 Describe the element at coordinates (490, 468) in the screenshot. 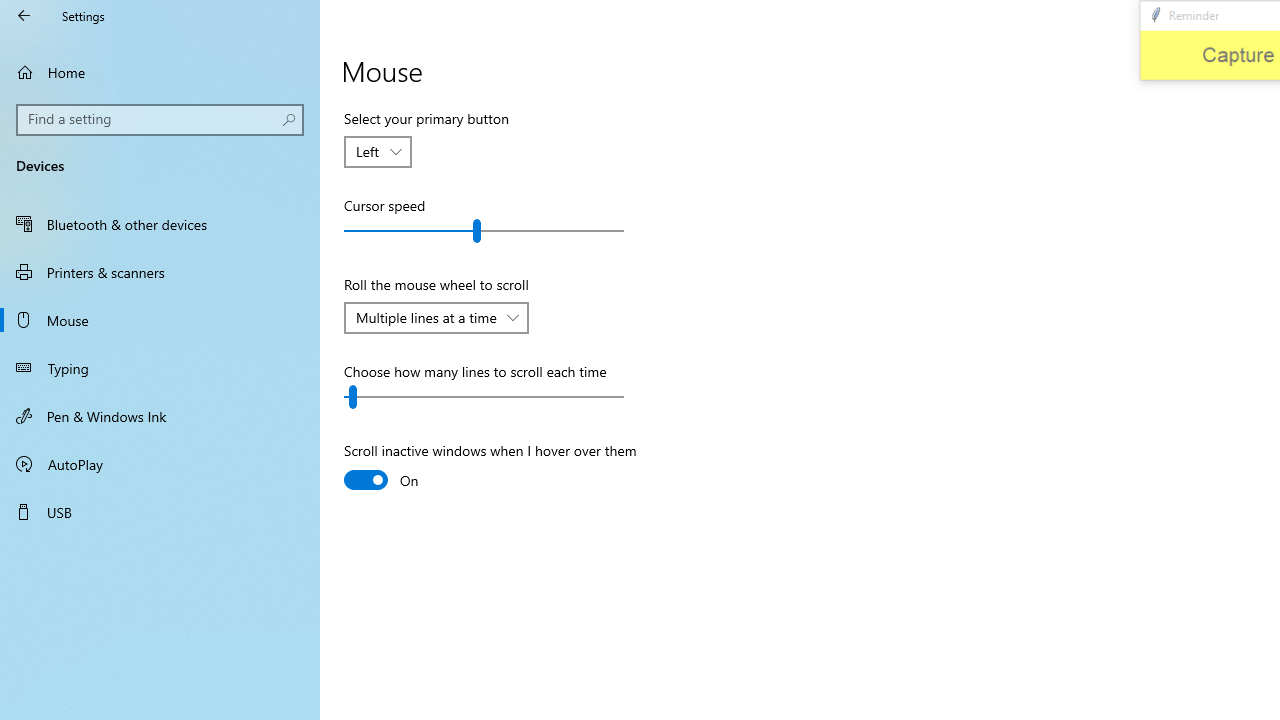

I see `'Scroll inactive windows when I hover over them'` at that location.